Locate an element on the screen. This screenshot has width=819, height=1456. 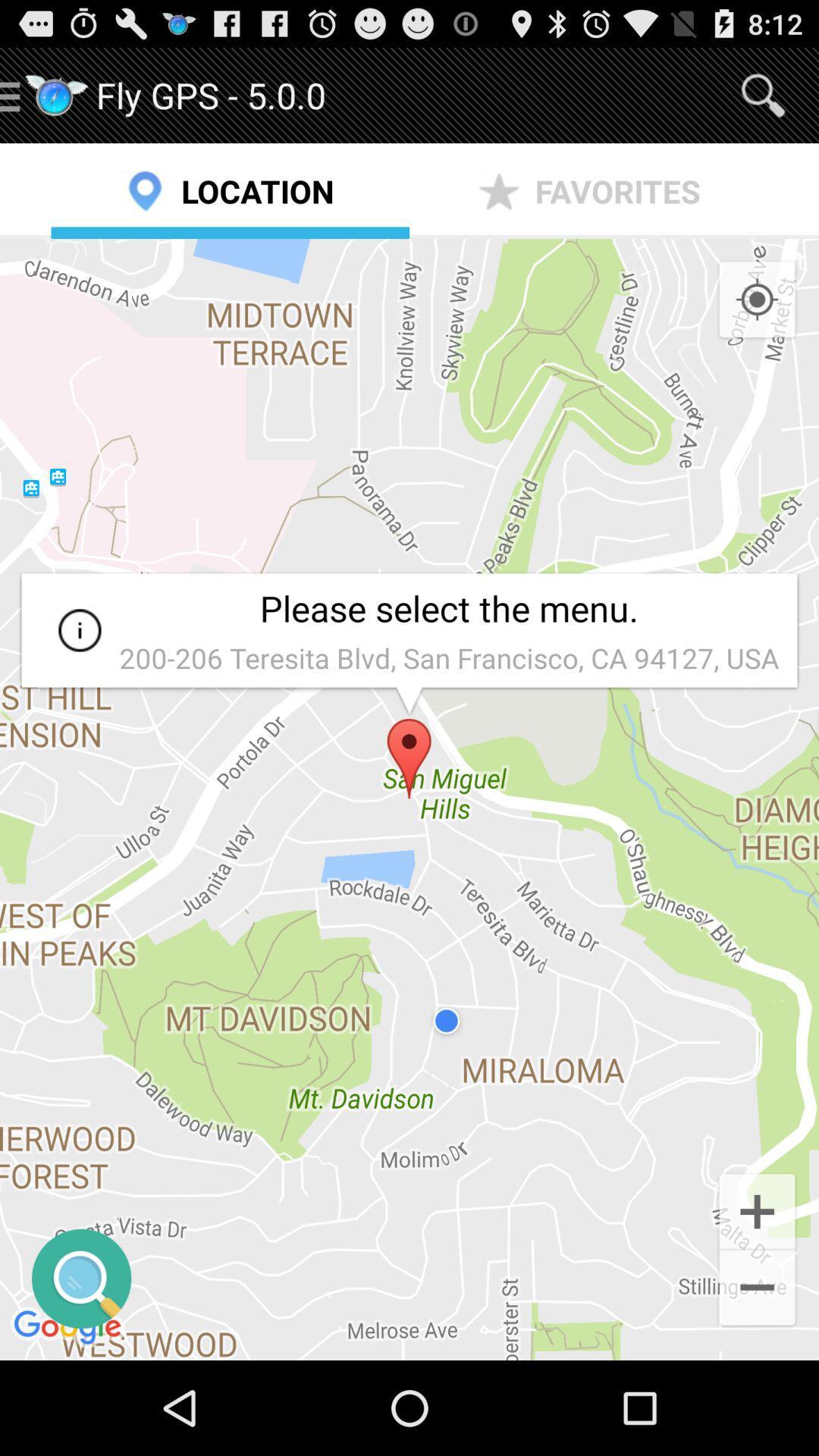
the location_crosshair icon is located at coordinates (757, 321).